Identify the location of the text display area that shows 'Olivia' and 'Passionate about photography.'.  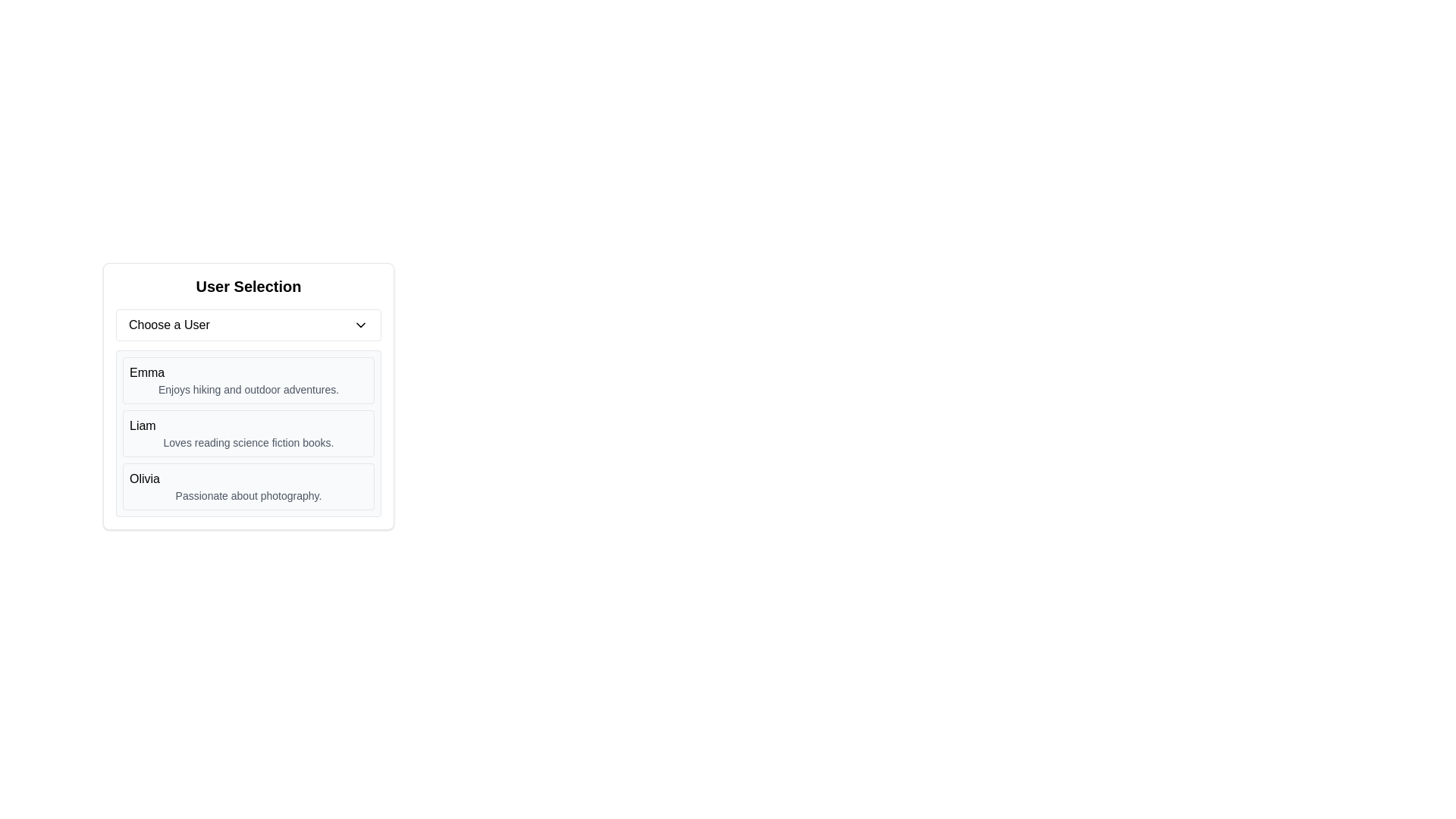
(248, 486).